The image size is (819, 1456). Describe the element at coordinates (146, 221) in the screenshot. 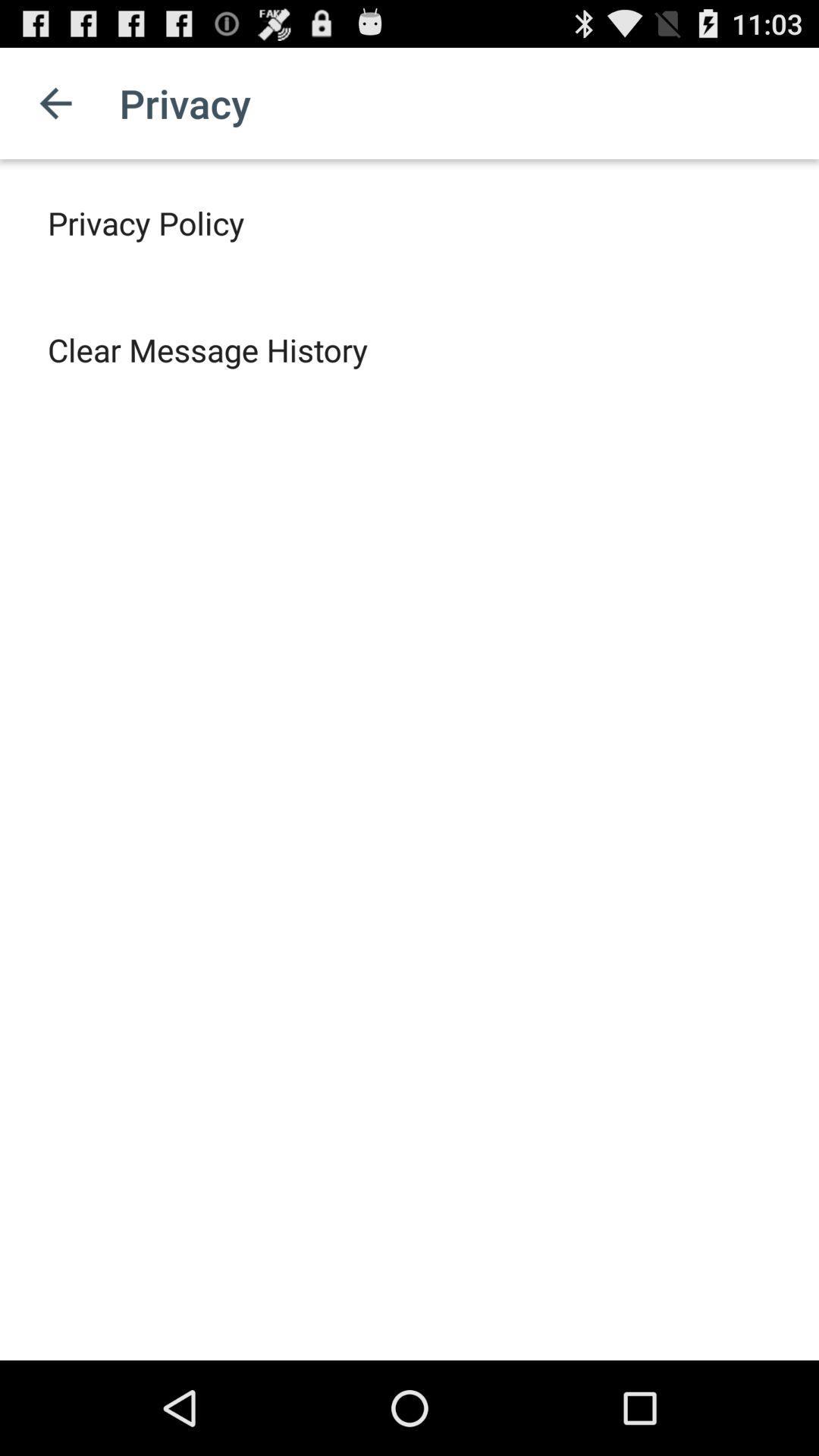

I see `privacy policy item` at that location.